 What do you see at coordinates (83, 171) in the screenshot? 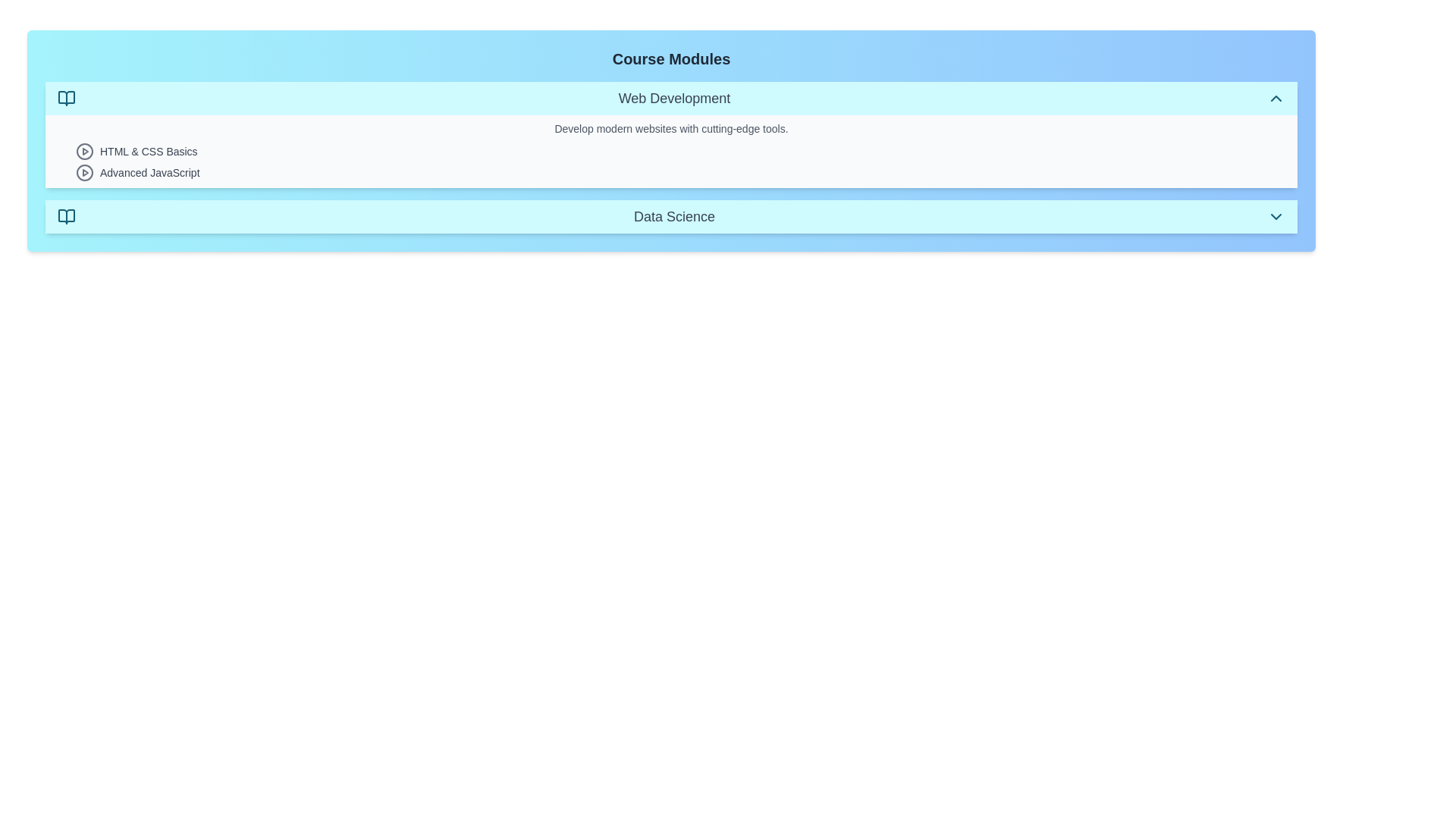
I see `the play button icon, which is a gray circular button with a right-pointing triangular play symbol, located to the left of the 'Advanced JavaScript' label in the 'Web Development' section` at bounding box center [83, 171].